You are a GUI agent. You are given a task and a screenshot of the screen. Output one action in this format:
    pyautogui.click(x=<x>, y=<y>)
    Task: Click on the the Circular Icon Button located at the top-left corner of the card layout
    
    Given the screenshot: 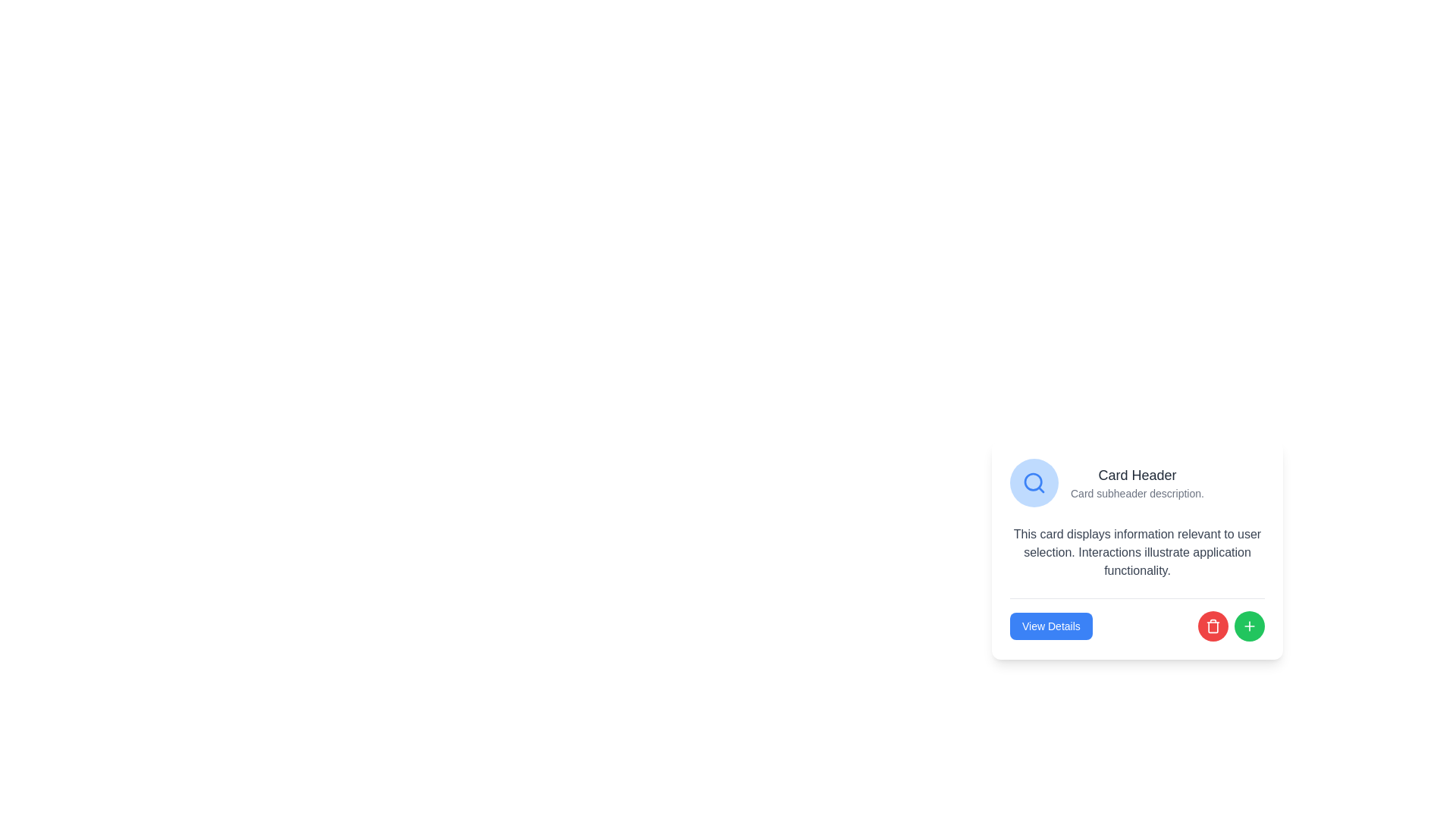 What is the action you would take?
    pyautogui.click(x=1033, y=482)
    